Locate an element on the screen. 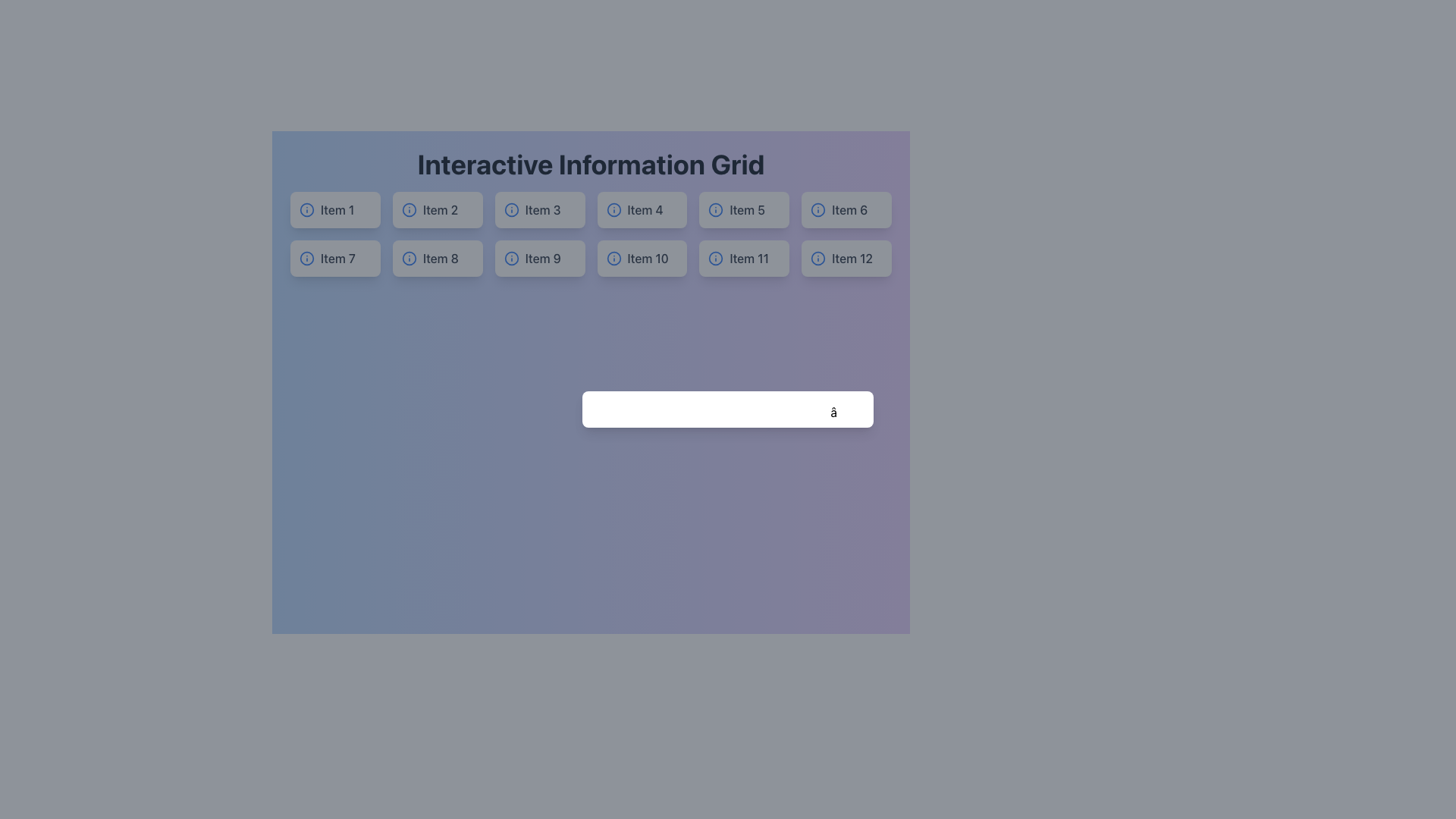  the circular blue outlined icon with an embedded information (i) symbol located to the left of the text label 'Item 7' is located at coordinates (306, 257).